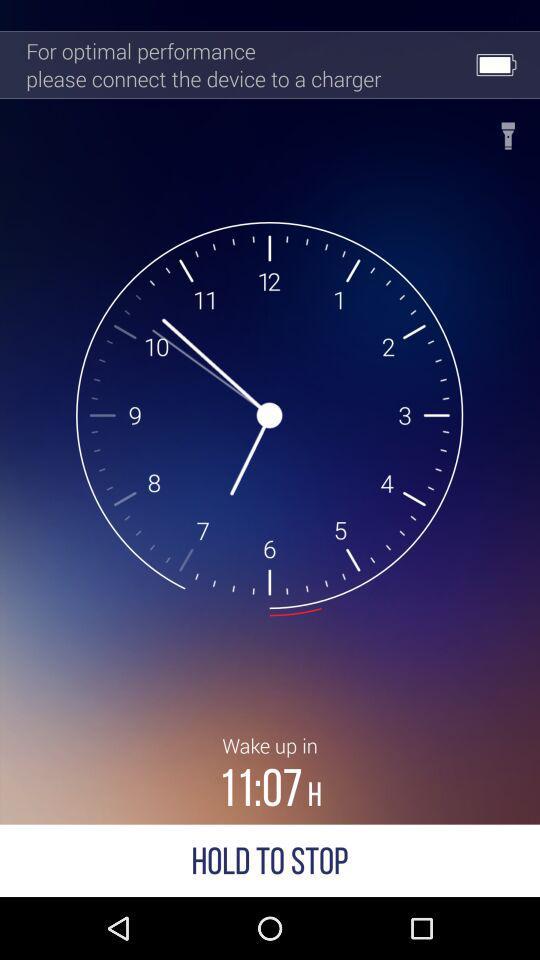  Describe the element at coordinates (508, 129) in the screenshot. I see `edit information` at that location.